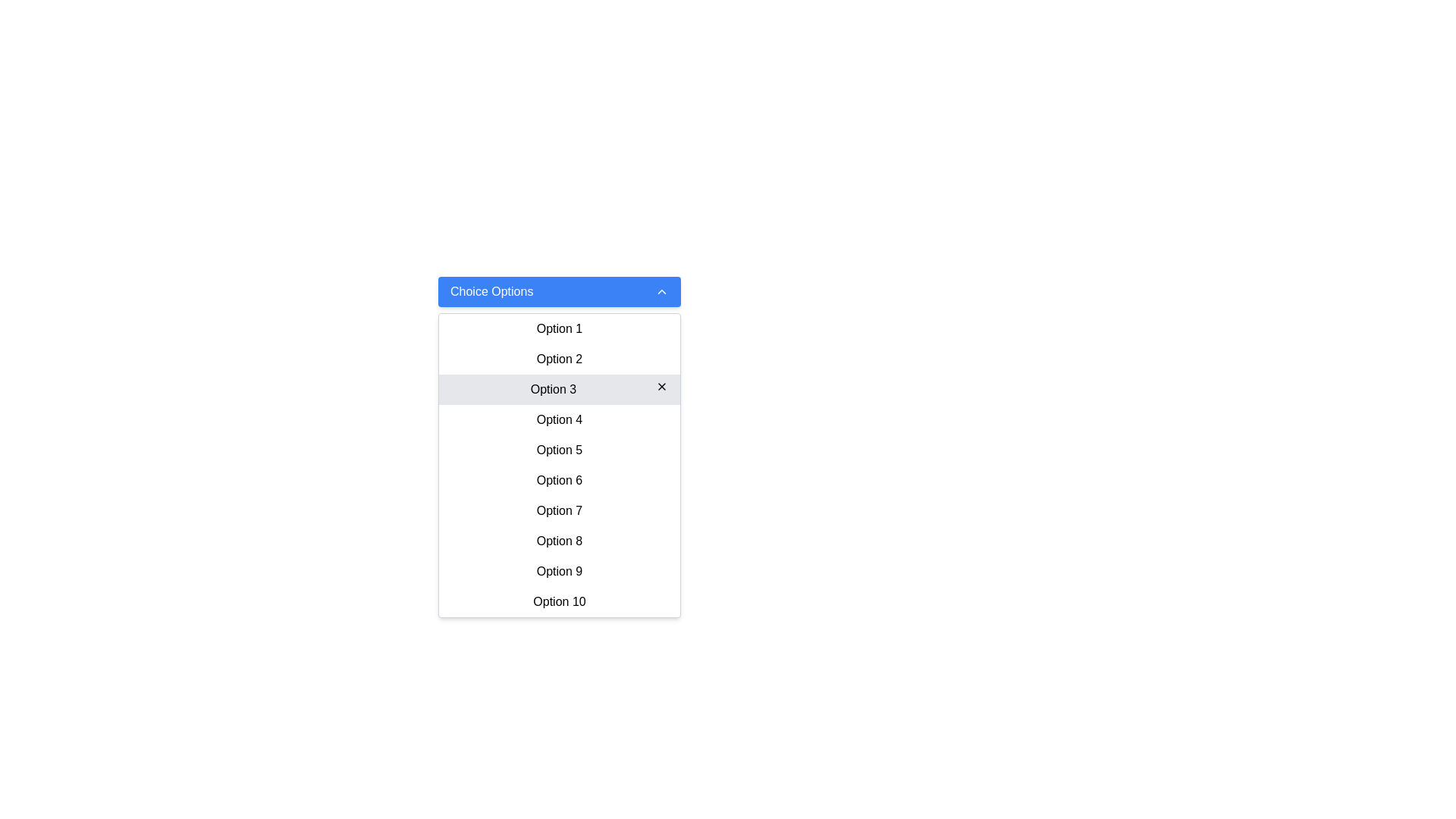  Describe the element at coordinates (552, 388) in the screenshot. I see `the text label displaying 'Option 3' in the third option row of the 'Choice Options' dropdown menu` at that location.